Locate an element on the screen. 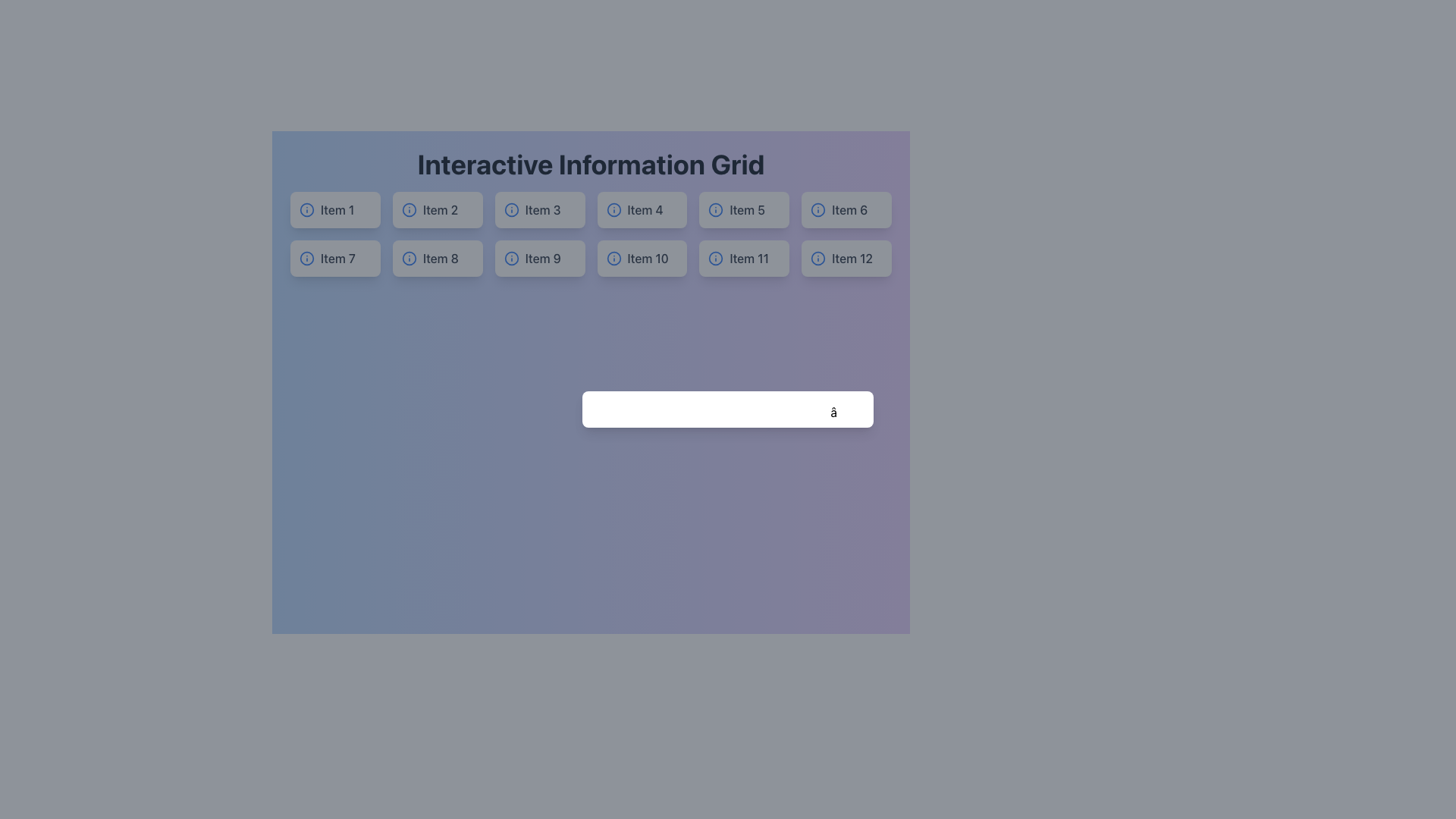 The width and height of the screenshot is (1456, 819). the text title 'Interactive Information Grid' which is styled in a bold, large font and is centrally positioned above the grid layout is located at coordinates (590, 164).